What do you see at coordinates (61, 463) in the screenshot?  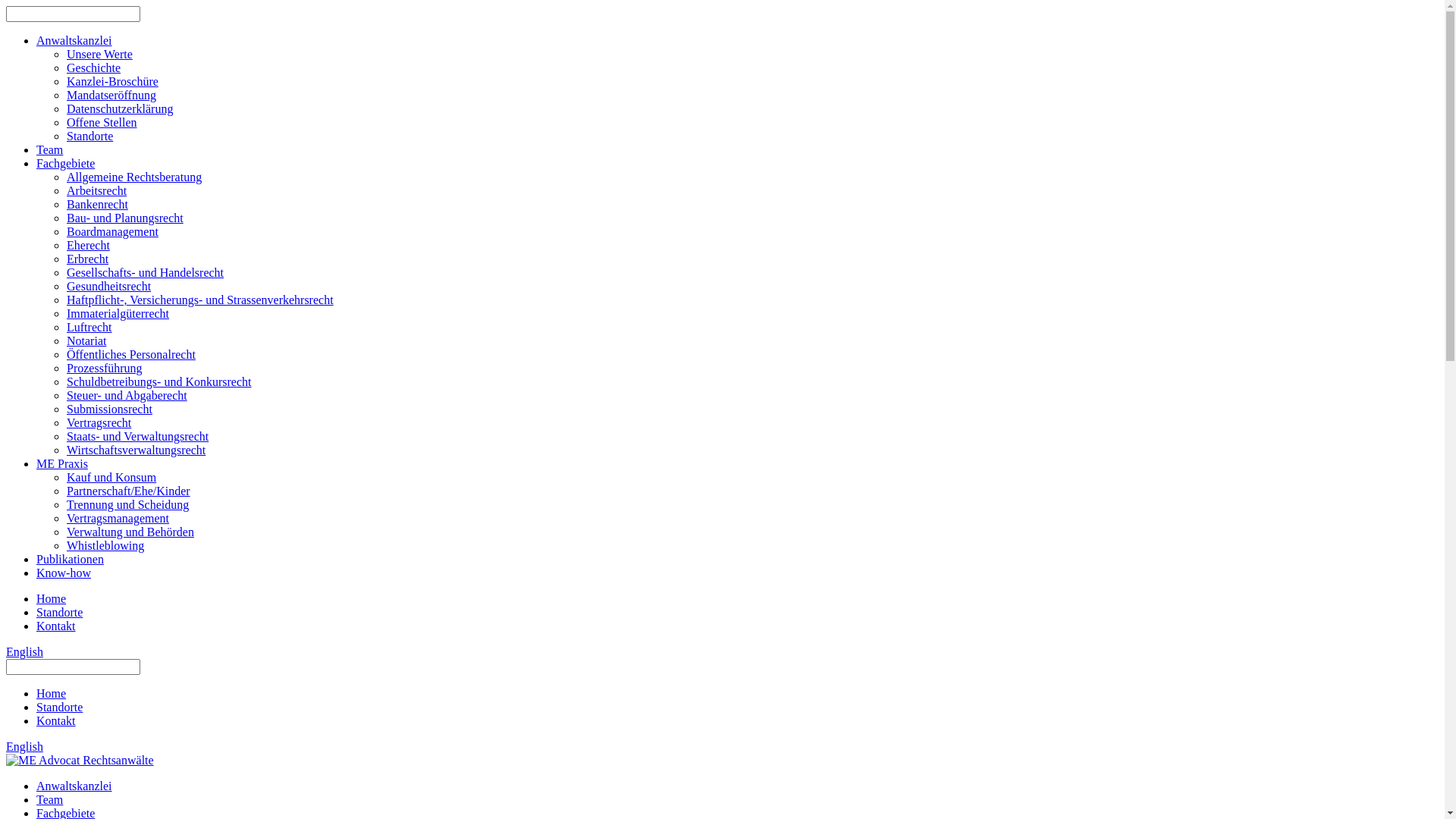 I see `'ME Praxis'` at bounding box center [61, 463].